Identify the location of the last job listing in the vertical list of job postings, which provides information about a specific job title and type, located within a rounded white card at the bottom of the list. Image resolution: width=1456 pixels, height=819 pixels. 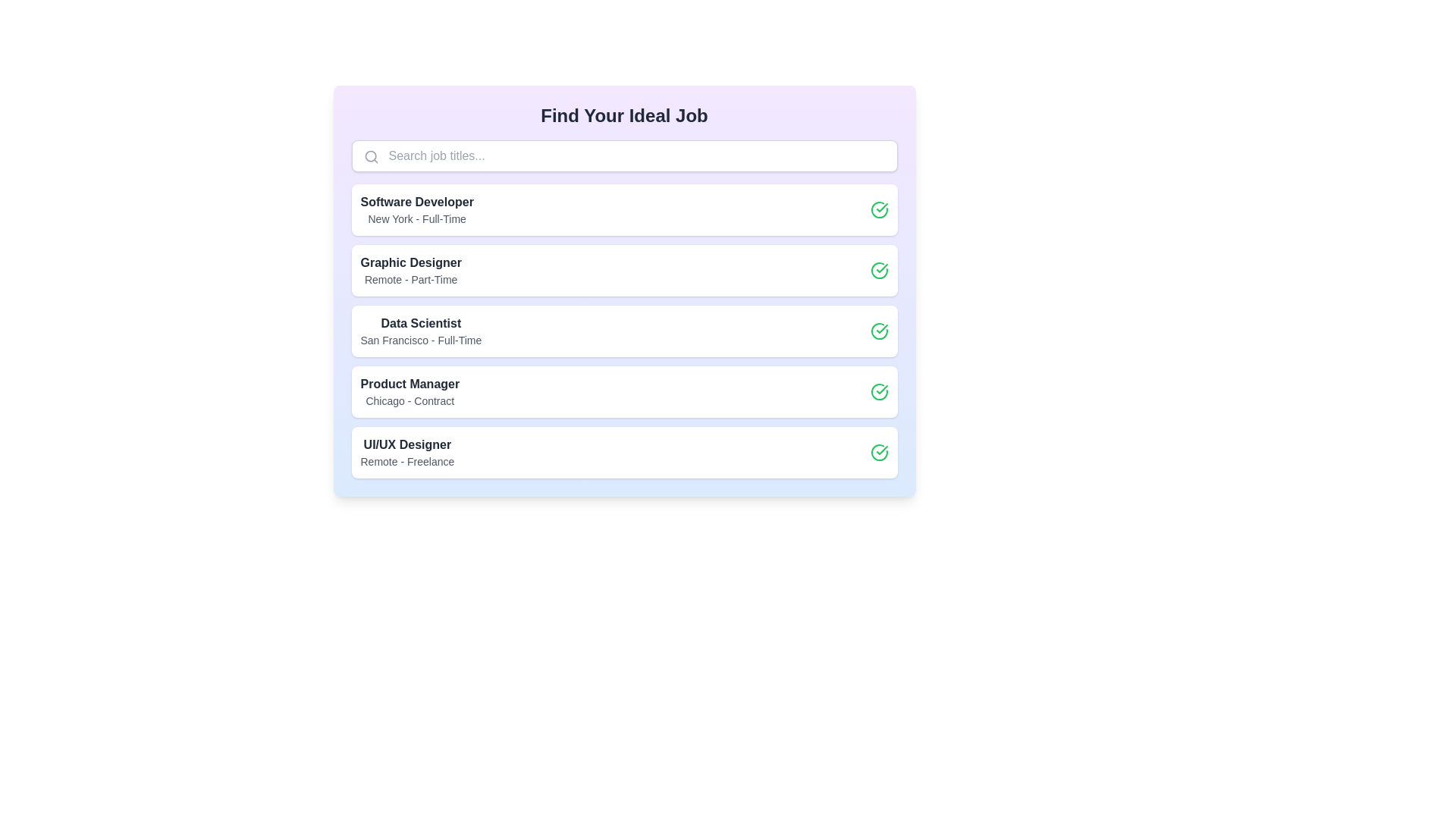
(407, 452).